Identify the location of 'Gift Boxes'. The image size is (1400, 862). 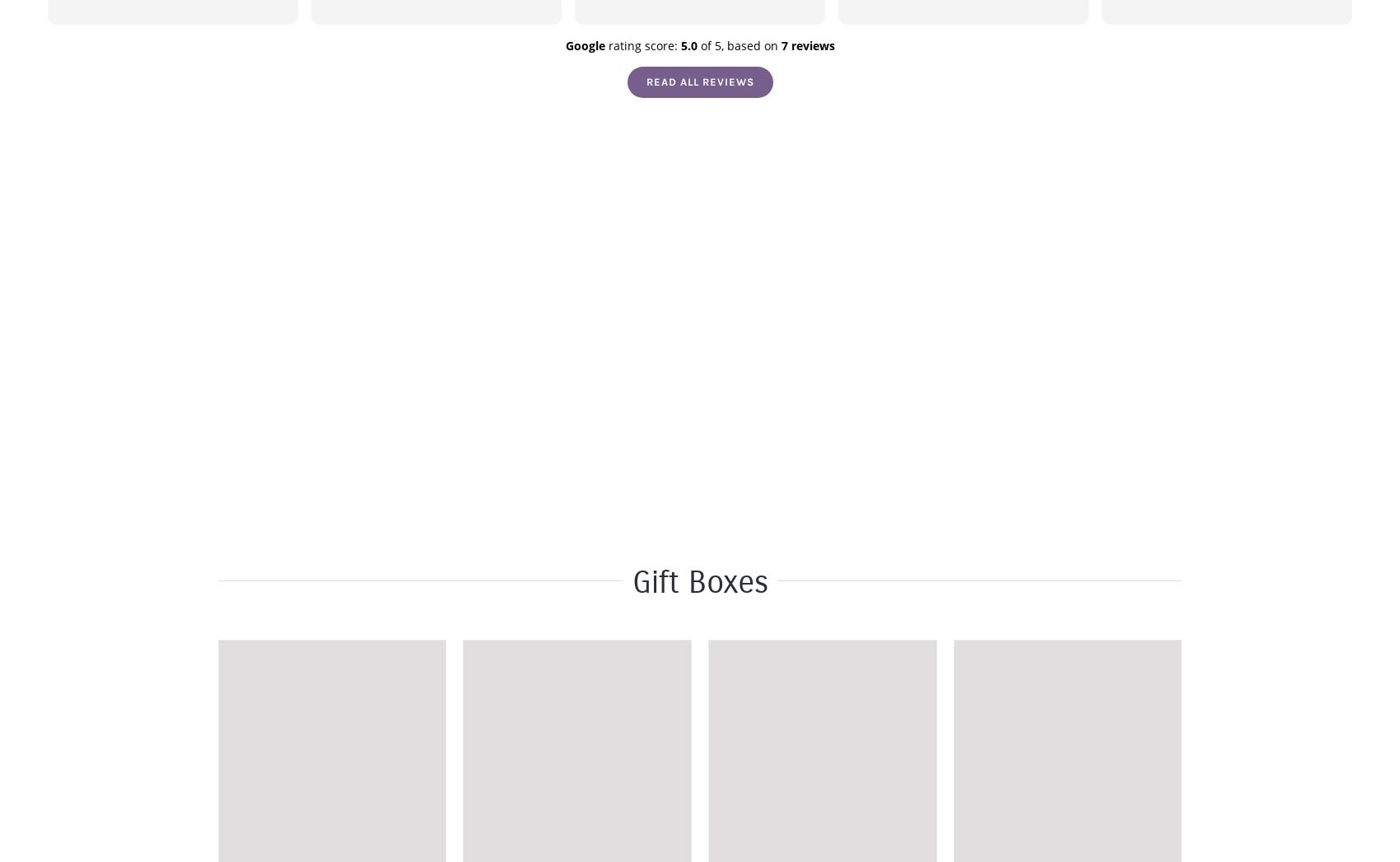
(698, 581).